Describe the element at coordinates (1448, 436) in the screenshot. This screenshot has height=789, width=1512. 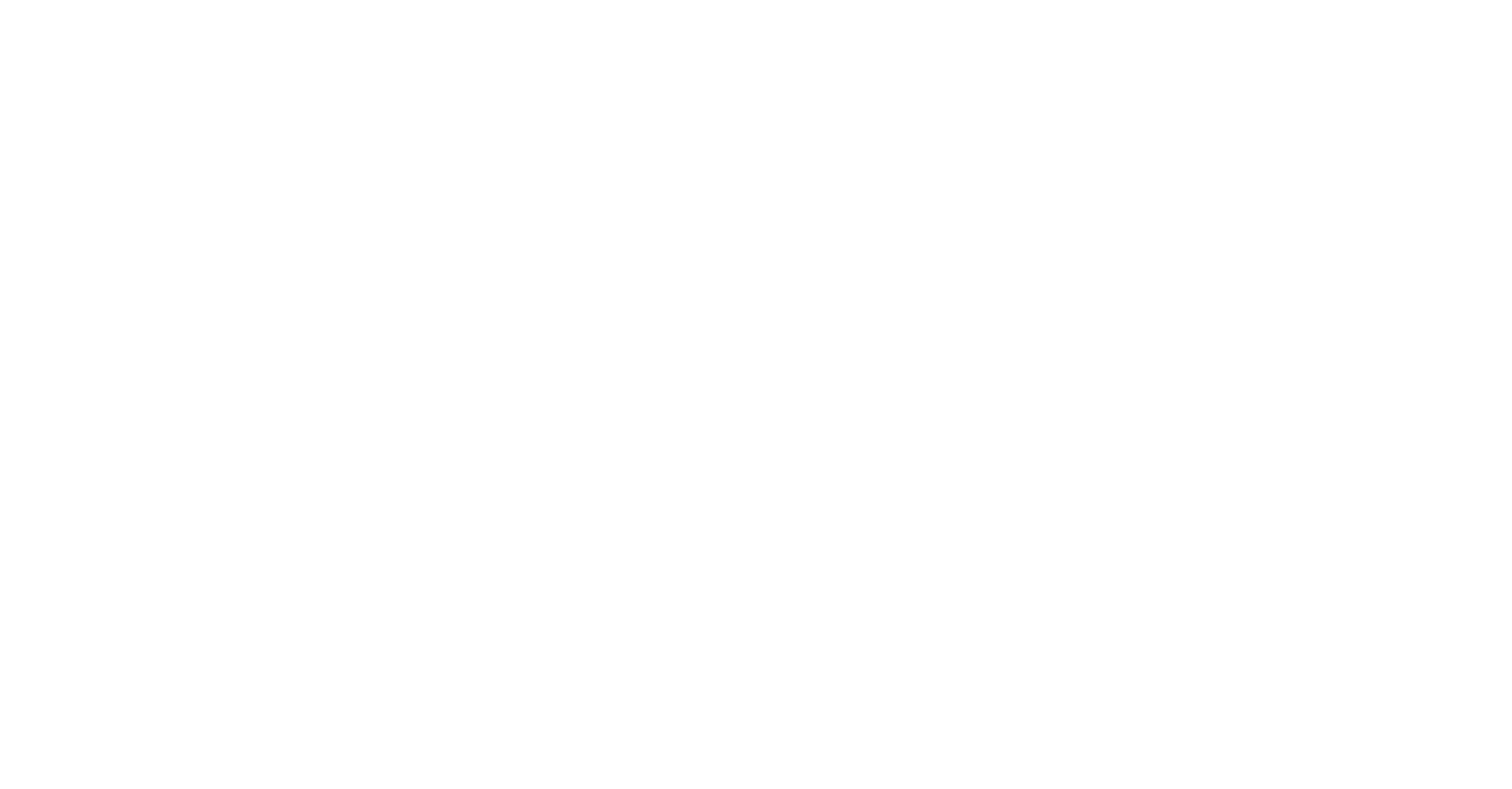
I see `'Michael Kretschmer'` at that location.